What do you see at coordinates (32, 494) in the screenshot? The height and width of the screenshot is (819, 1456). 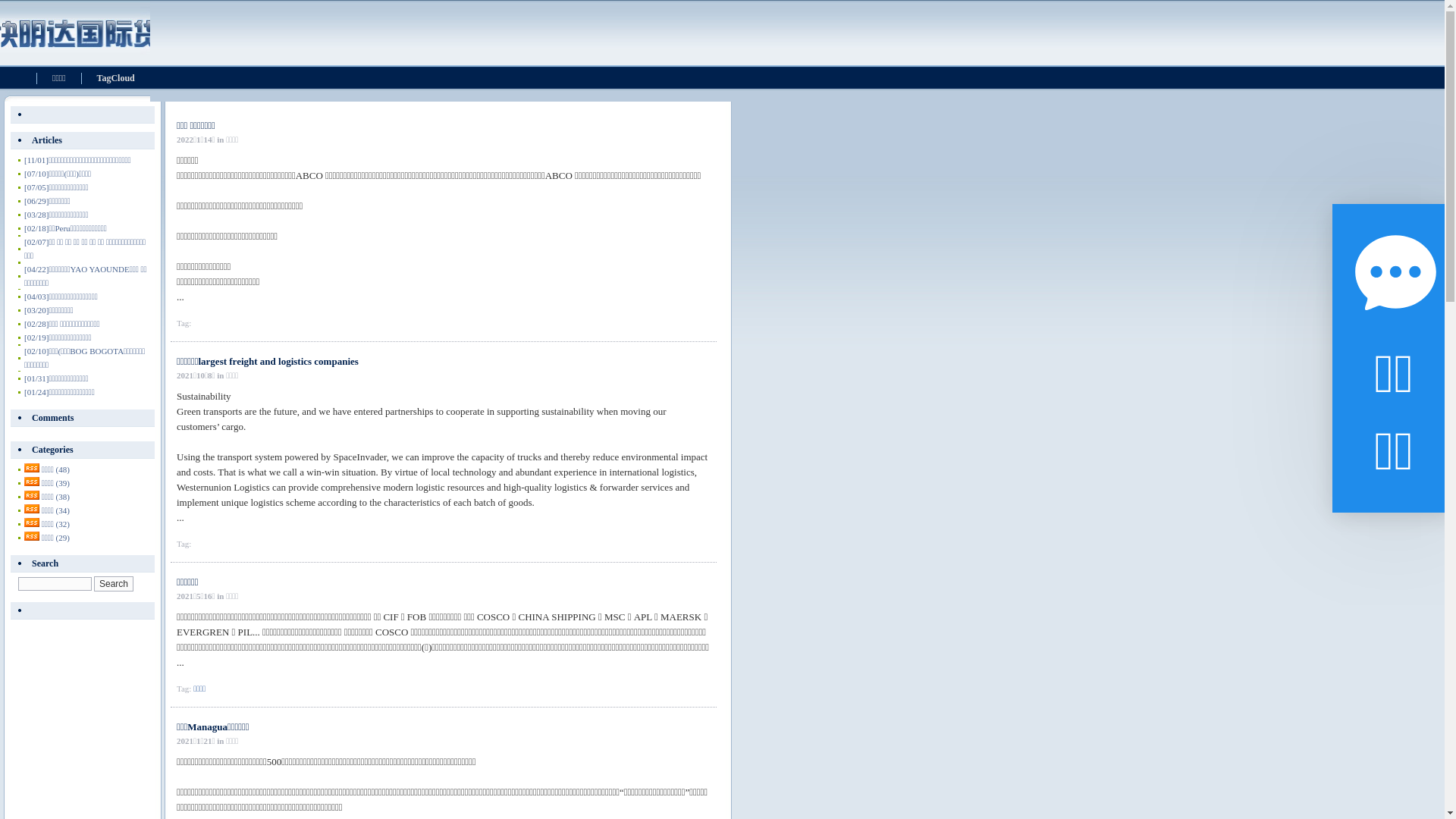 I see `'rss'` at bounding box center [32, 494].